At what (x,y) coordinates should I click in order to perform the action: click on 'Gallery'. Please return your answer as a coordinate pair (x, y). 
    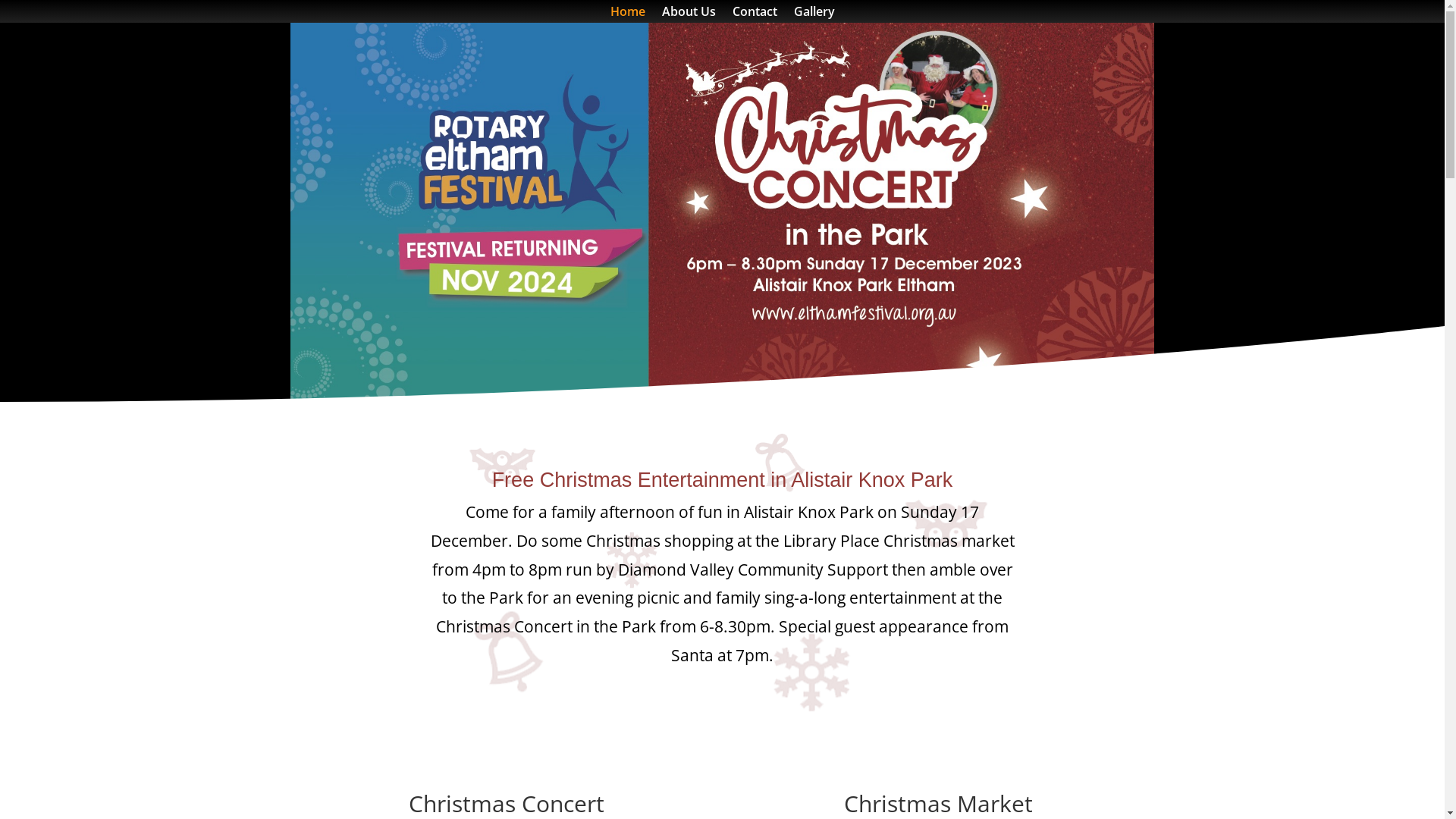
    Looking at the image, I should click on (813, 14).